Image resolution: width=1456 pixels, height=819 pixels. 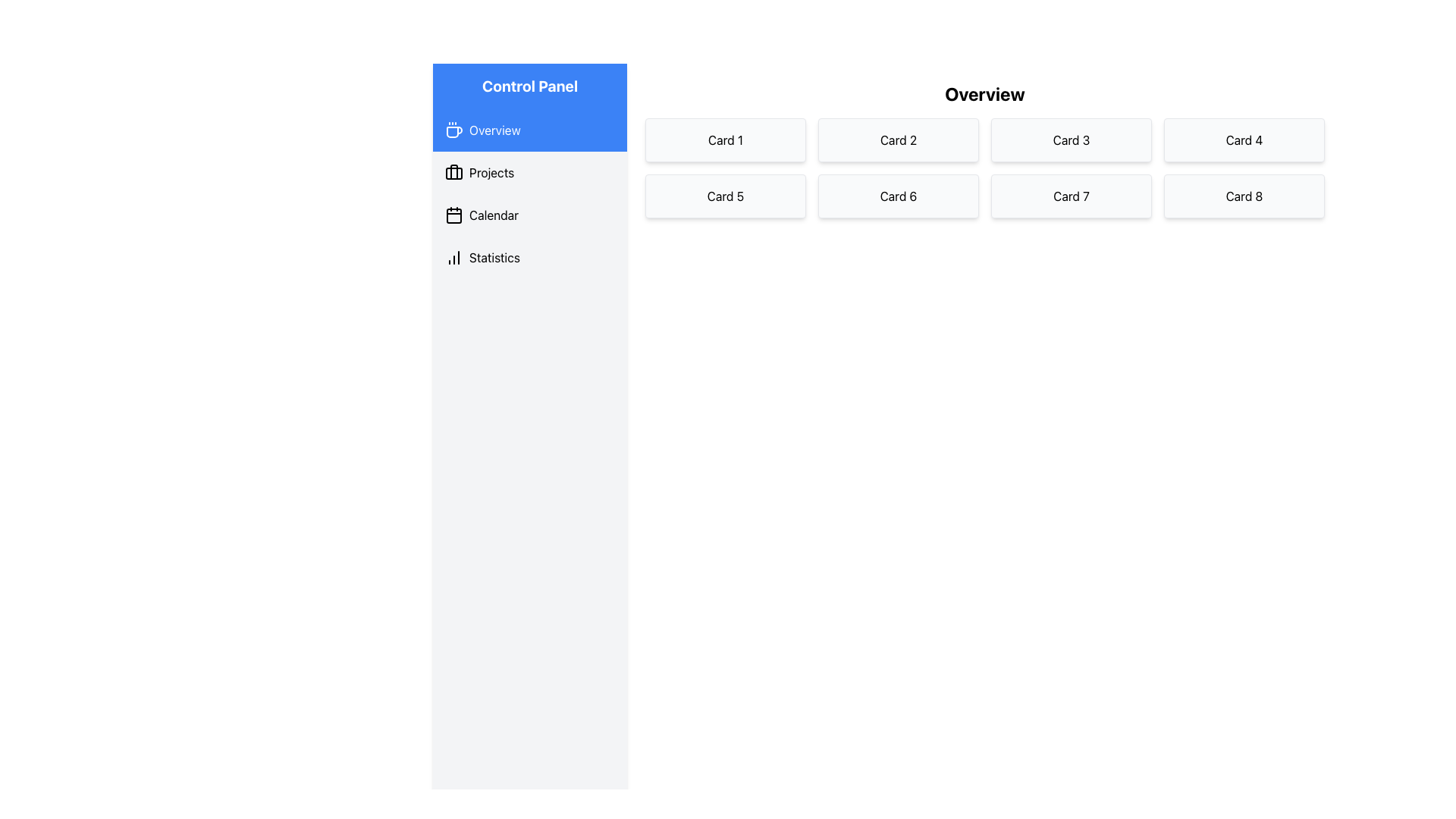 I want to click on the inner rounded rectangle SVG graphic component within the calendar icon located in the sidebar, adjacent to the 'Calendar' label, so click(x=453, y=216).